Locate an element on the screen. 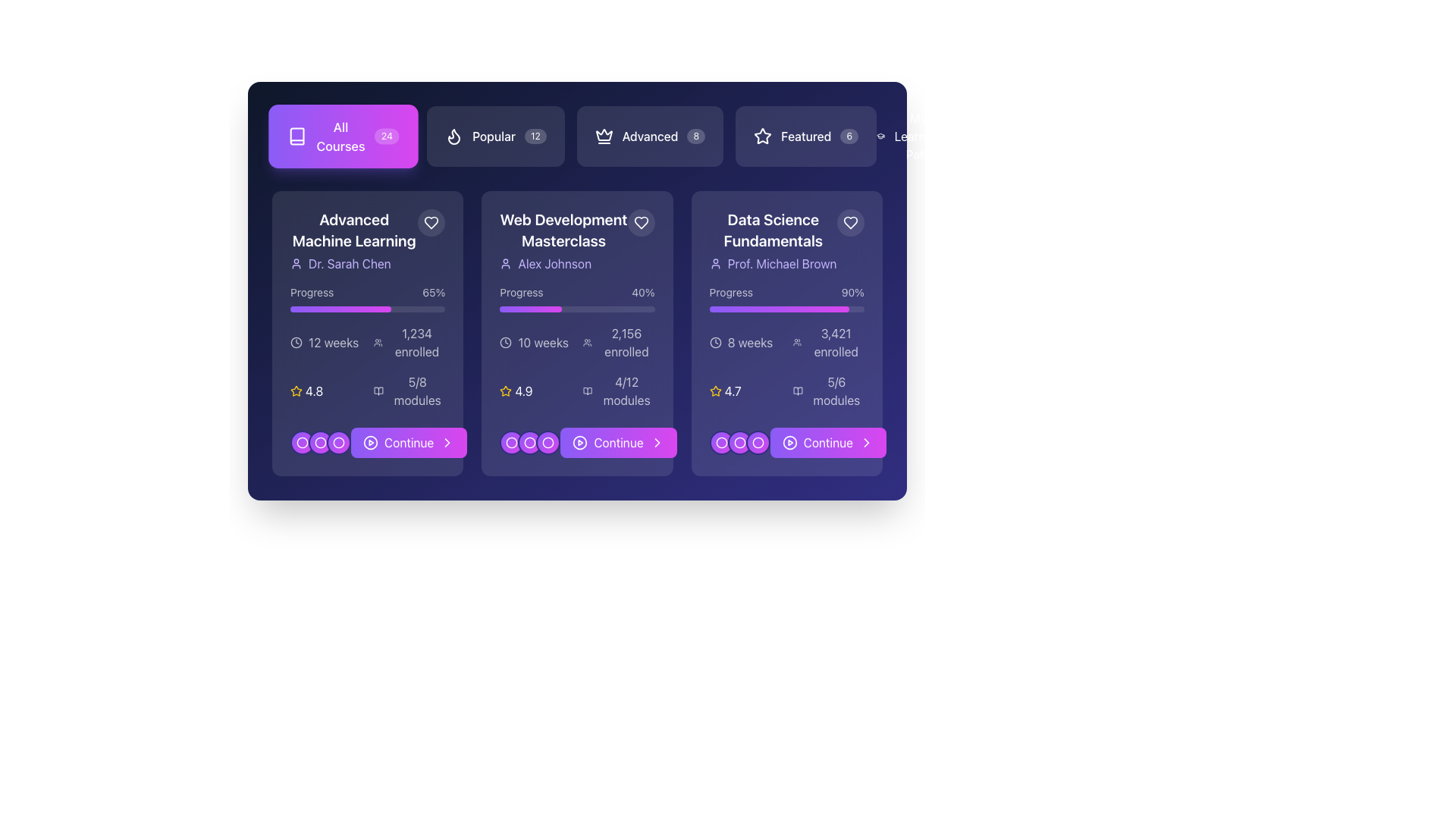 The height and width of the screenshot is (819, 1456). the chevron arrow icon located within the 'Continue' button of the 'Web Development Masterclass' panel to indicate a forward navigation action is located at coordinates (447, 442).